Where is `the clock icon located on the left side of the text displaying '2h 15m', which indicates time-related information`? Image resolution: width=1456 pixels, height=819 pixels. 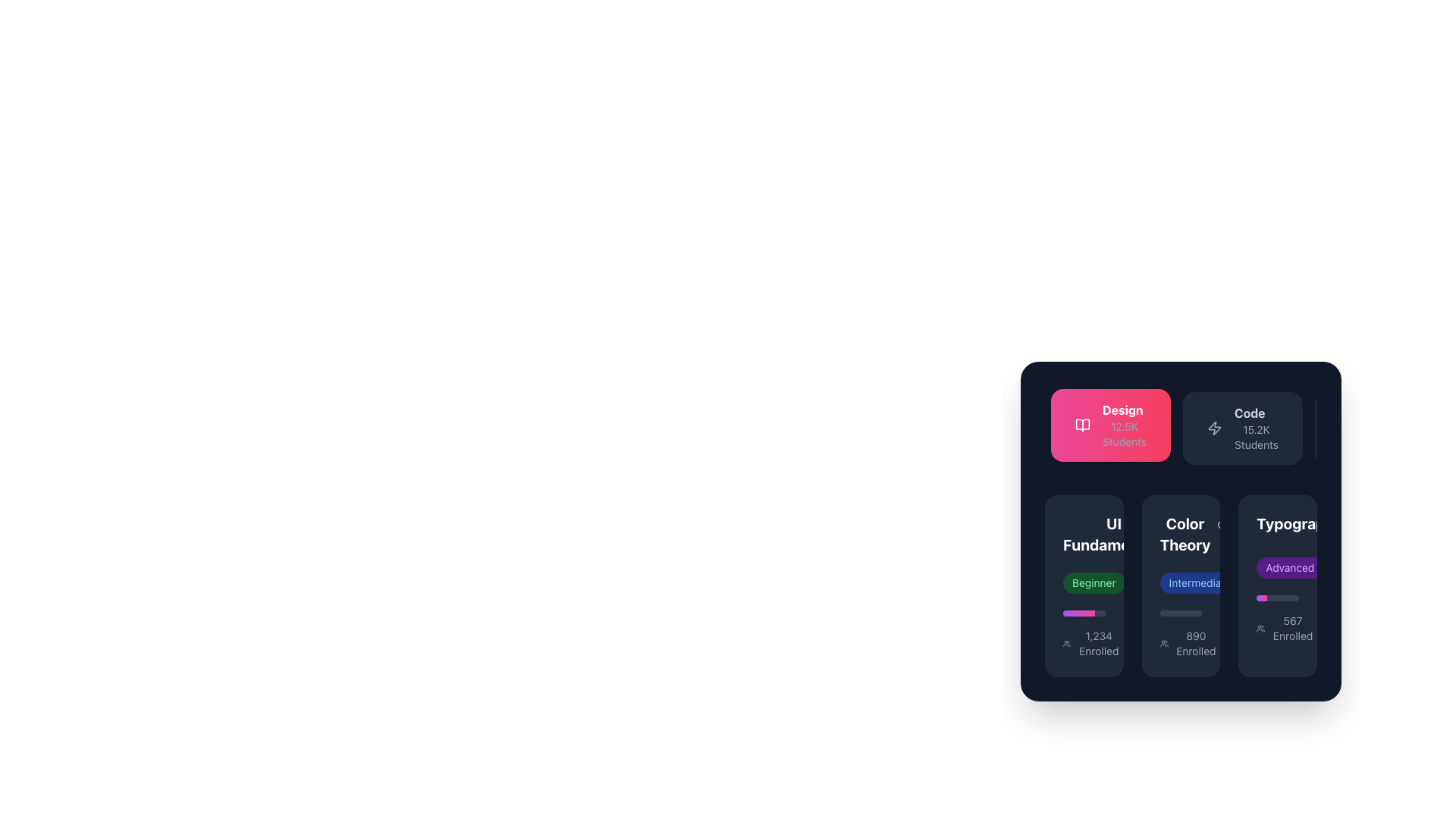 the clock icon located on the left side of the text displaying '2h 15m', which indicates time-related information is located at coordinates (1141, 582).